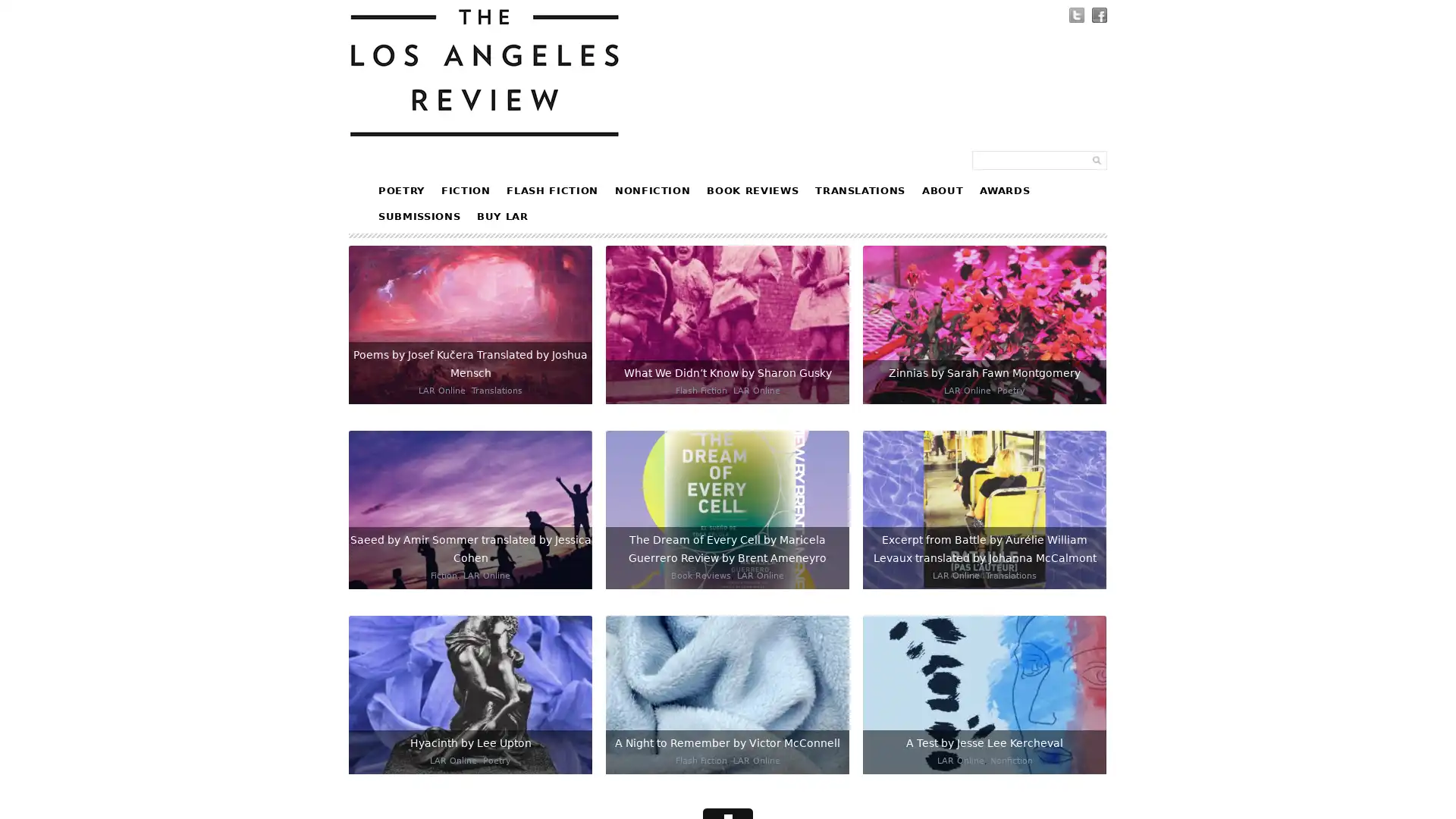  Describe the element at coordinates (1097, 160) in the screenshot. I see `Submit Form` at that location.